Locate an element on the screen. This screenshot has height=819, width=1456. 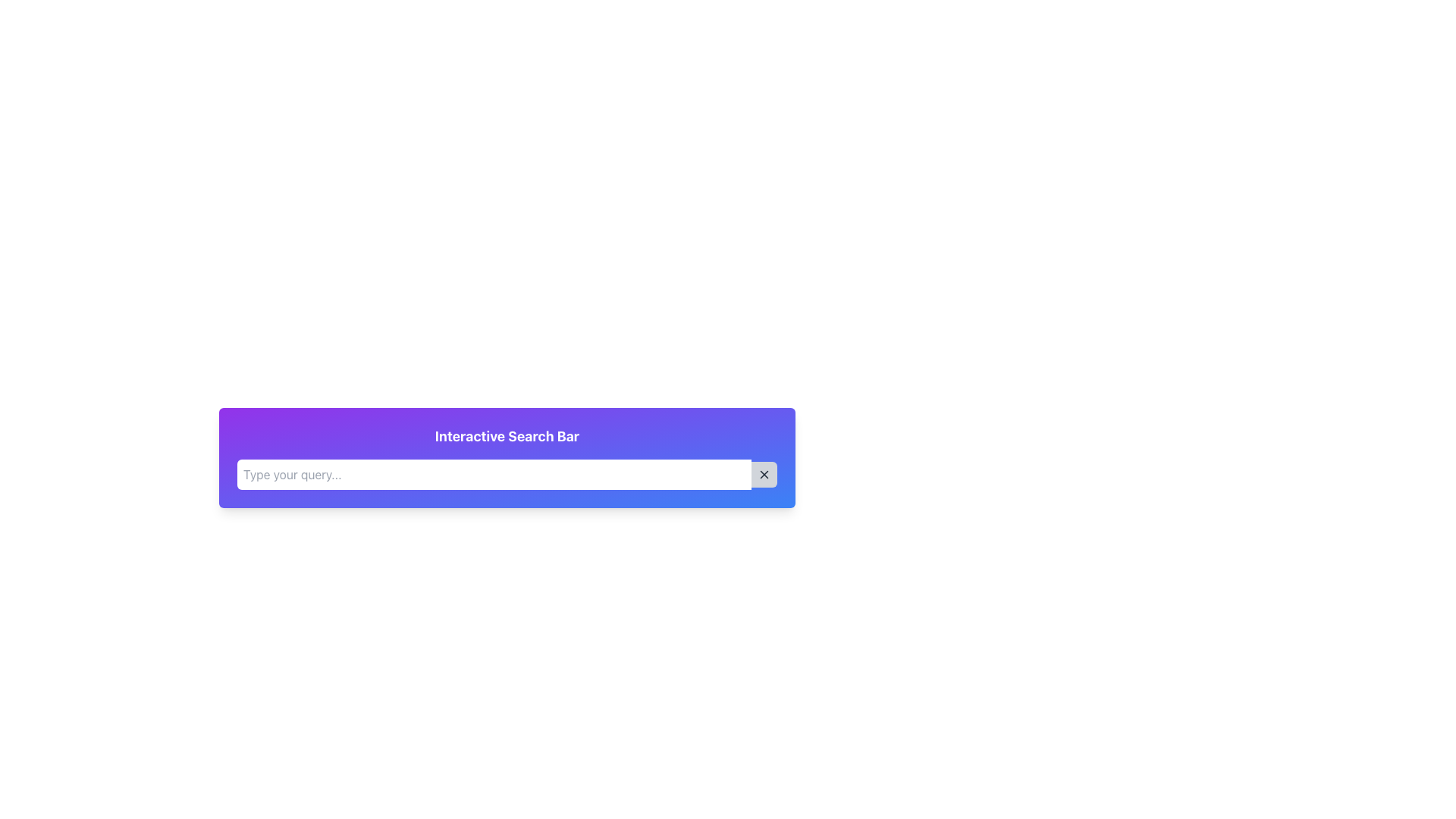
the close icon located at the top-right part of the search bar to clear the input field is located at coordinates (764, 473).